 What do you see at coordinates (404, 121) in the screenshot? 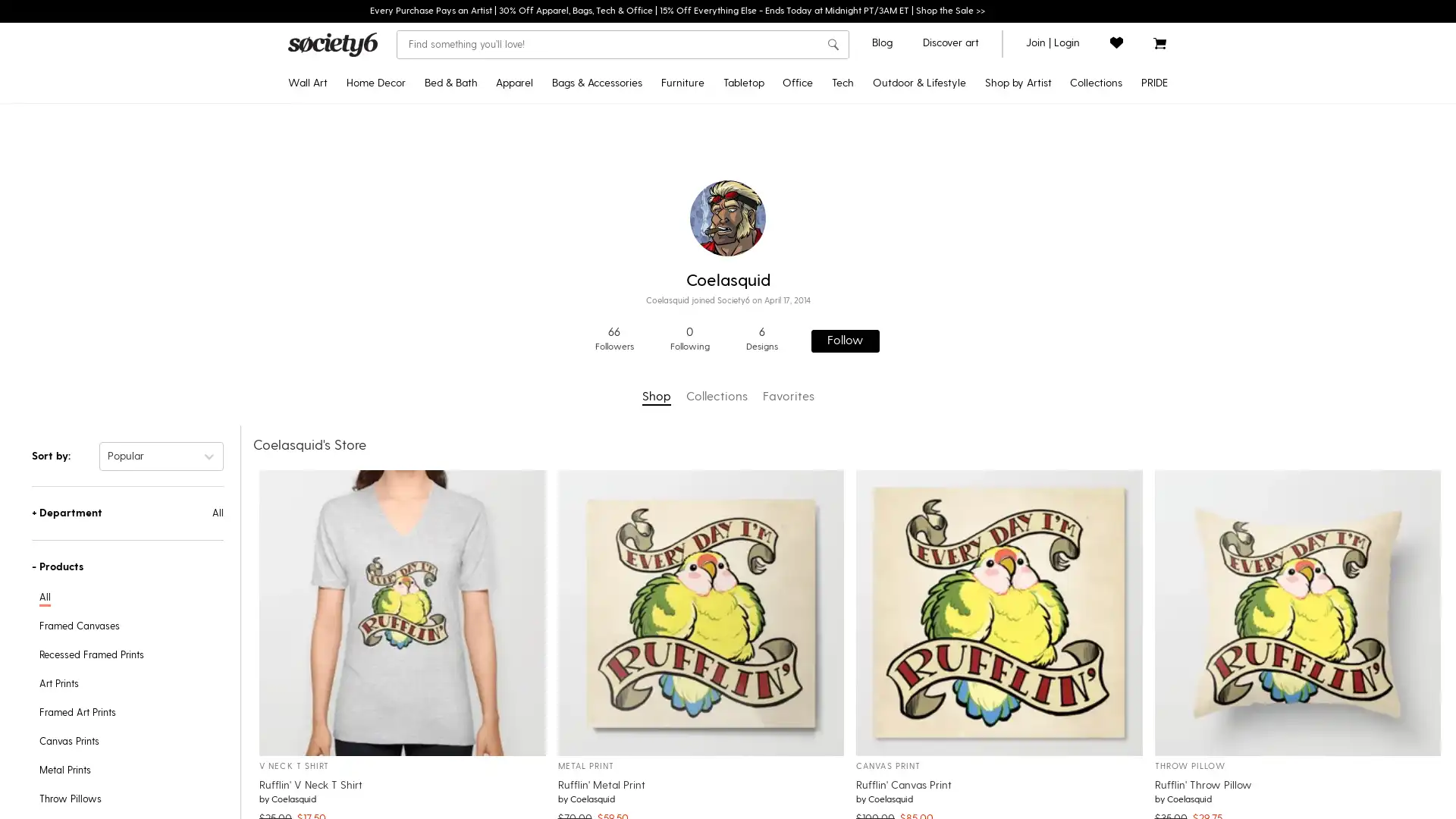
I see `Tapestries` at bounding box center [404, 121].